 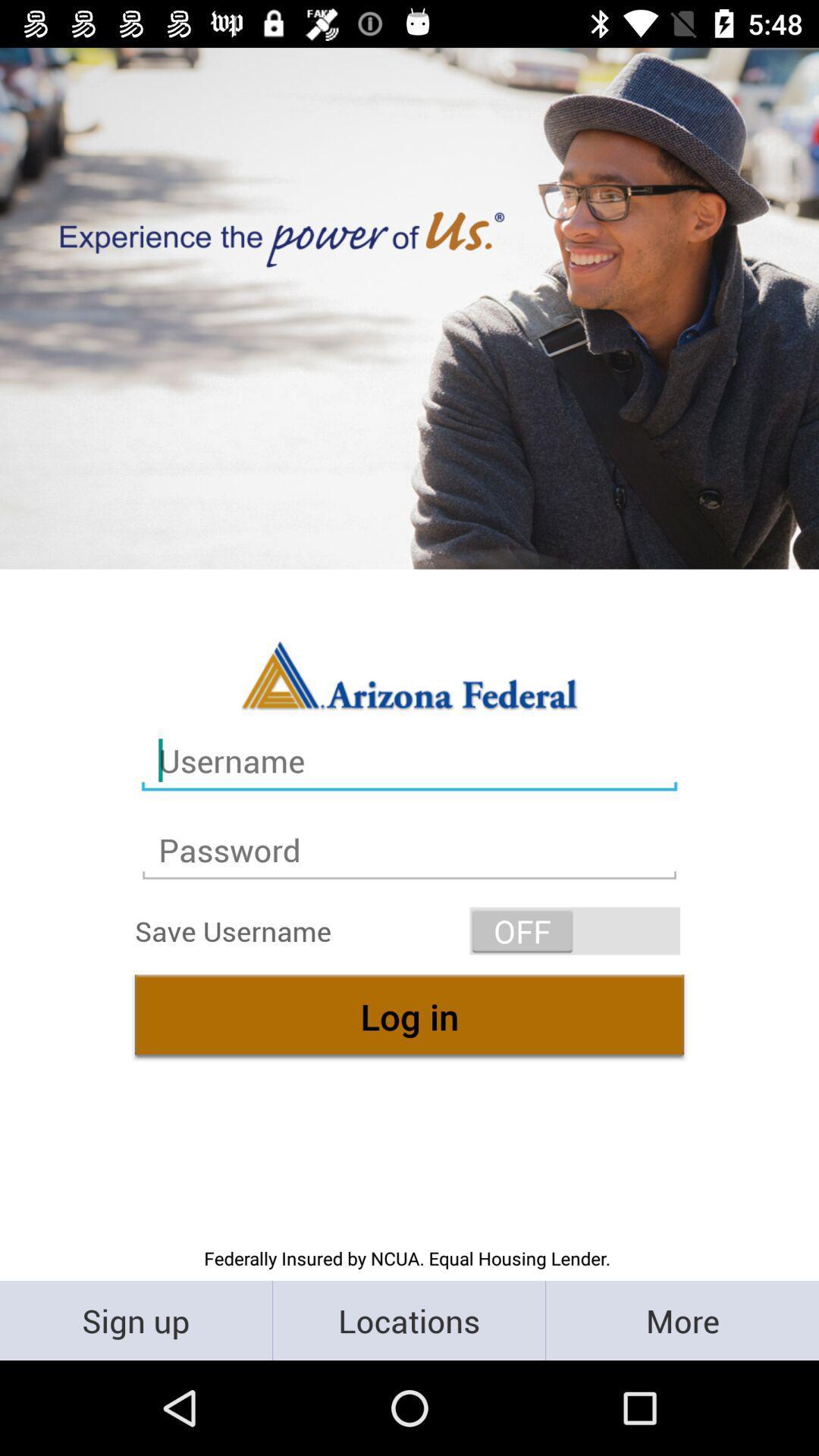 What do you see at coordinates (408, 1319) in the screenshot?
I see `the locations icon` at bounding box center [408, 1319].